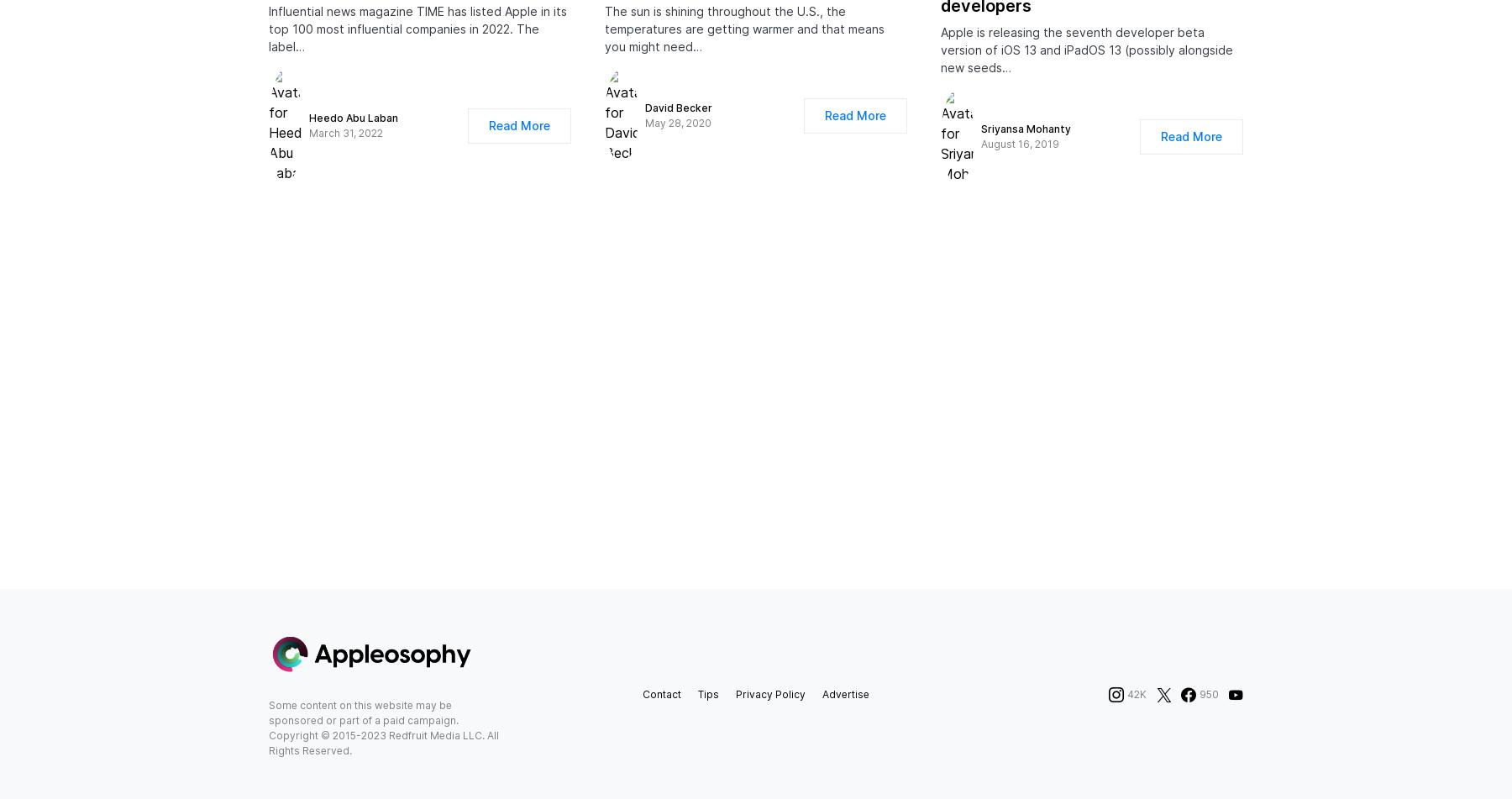  Describe the element at coordinates (268, 744) in the screenshot. I see `'Some content on this website may be sponsored or part of a paid campaign. Copyright © 2015-2023 Redfruit Media LLC. All Rights Reserved.'` at that location.